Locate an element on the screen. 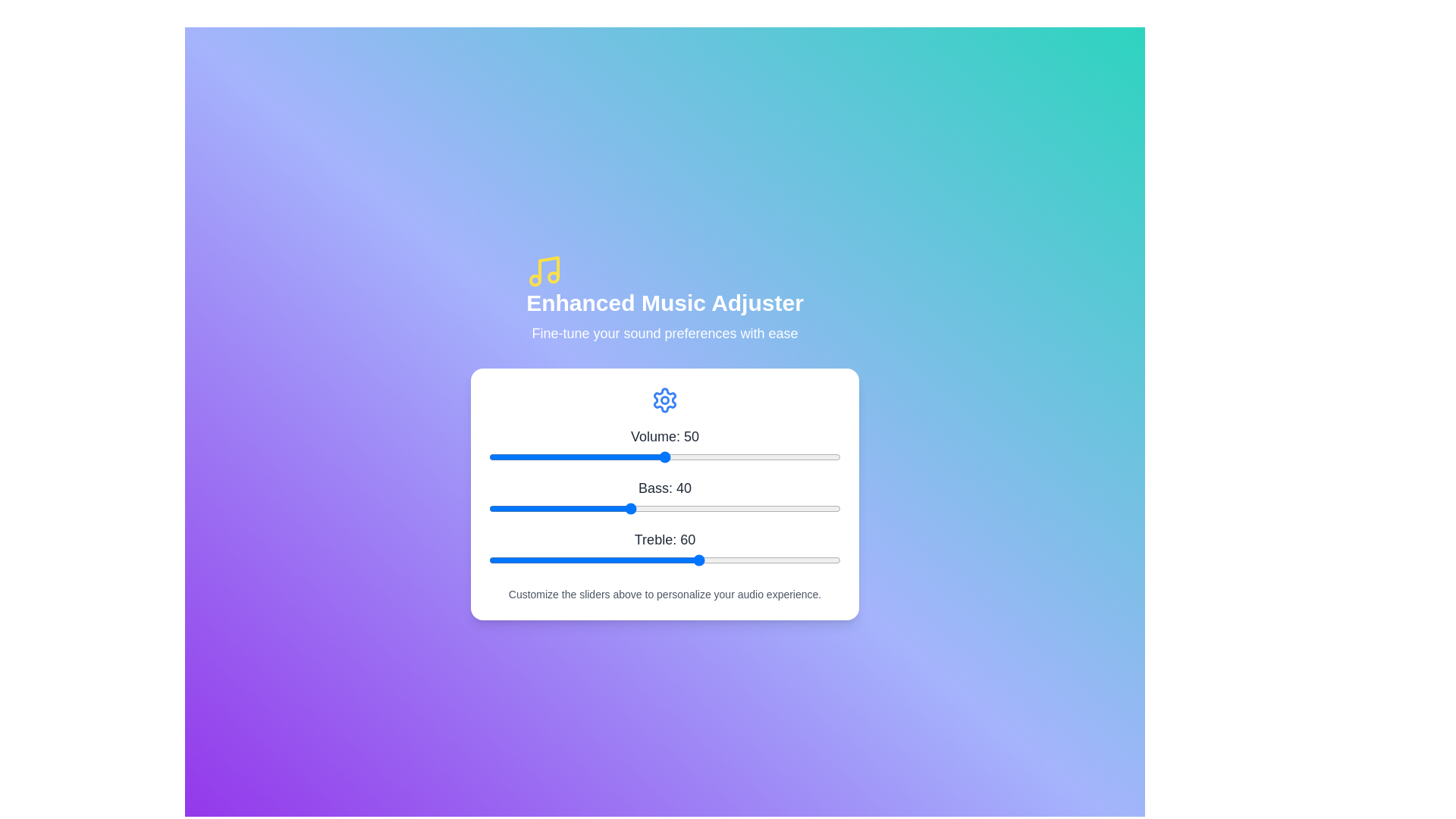 This screenshot has height=819, width=1456. the volume slider to 62 value is located at coordinates (706, 456).